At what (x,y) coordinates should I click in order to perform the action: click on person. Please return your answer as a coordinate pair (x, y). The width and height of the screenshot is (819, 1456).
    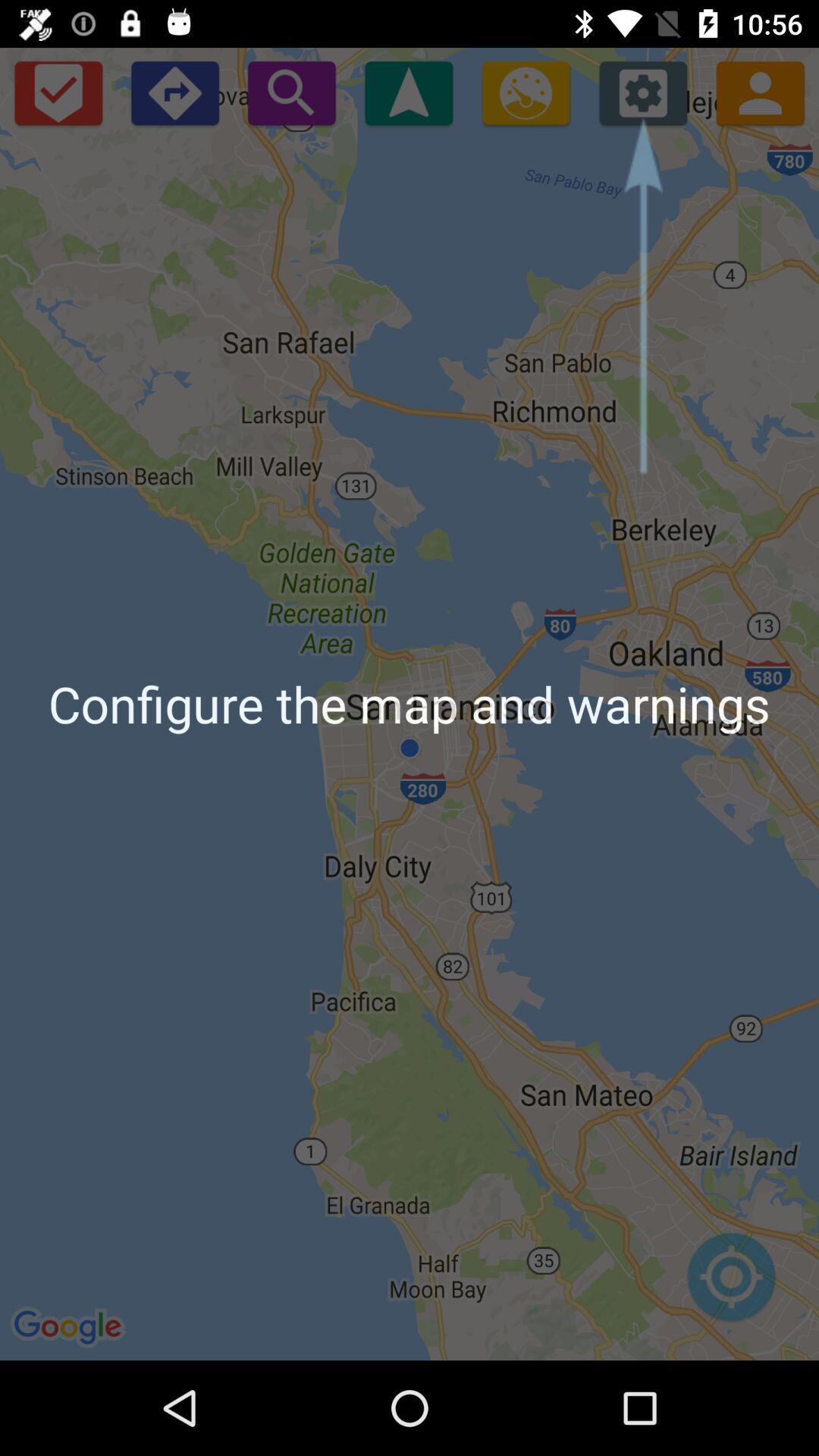
    Looking at the image, I should click on (760, 92).